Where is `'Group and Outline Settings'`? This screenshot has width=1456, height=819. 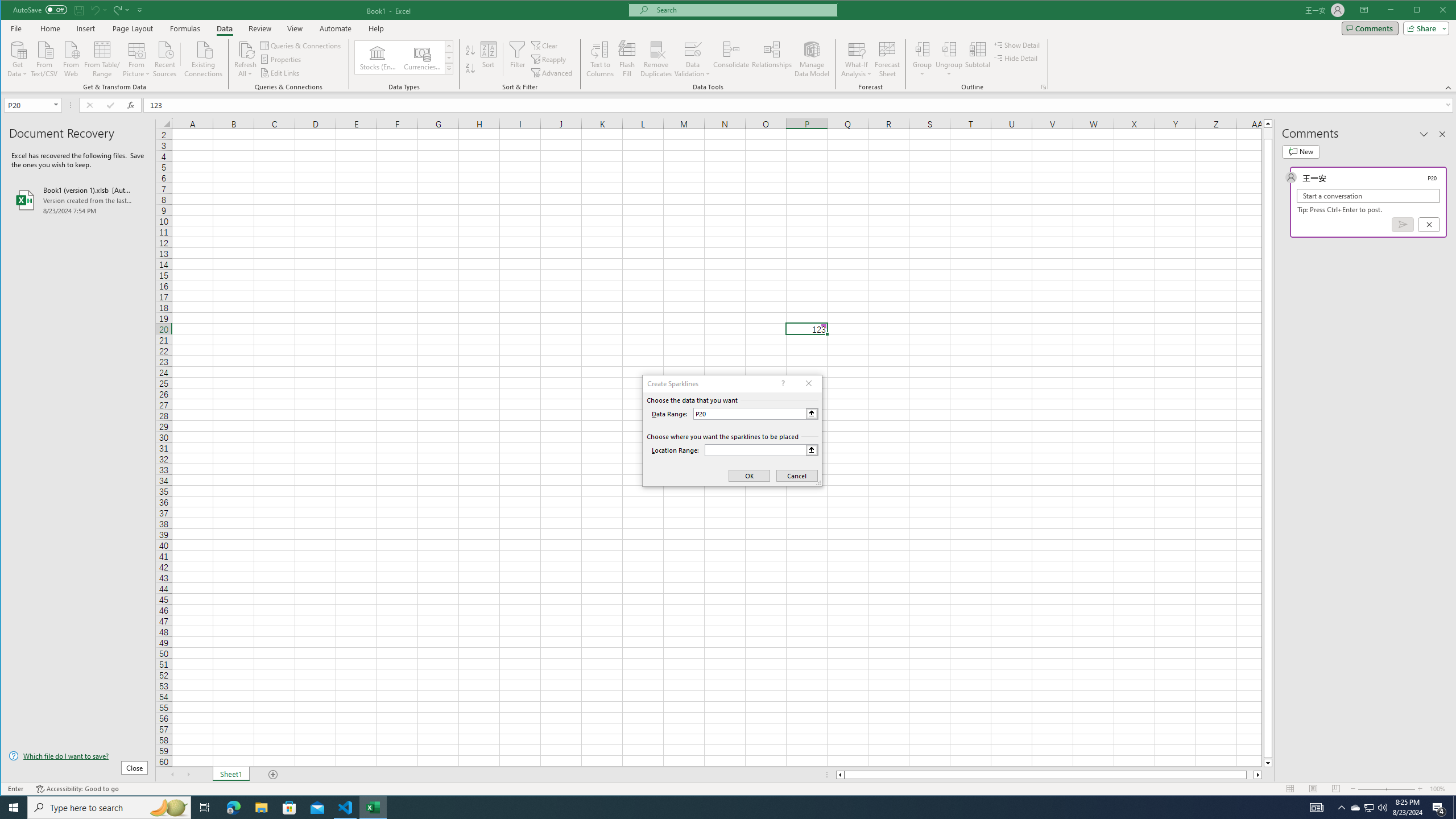 'Group and Outline Settings' is located at coordinates (1043, 87).